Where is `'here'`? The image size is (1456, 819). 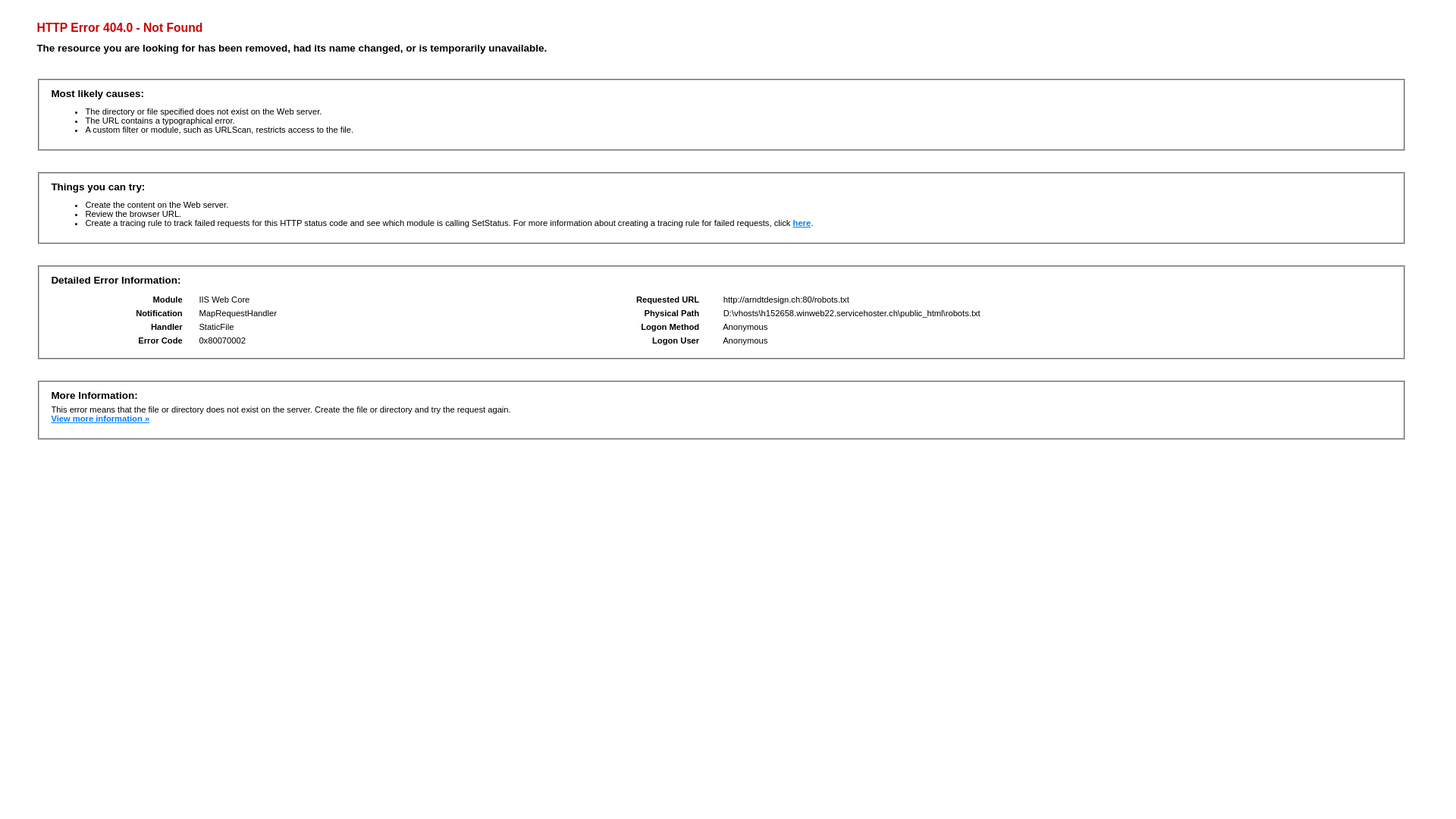 'here' is located at coordinates (792, 222).